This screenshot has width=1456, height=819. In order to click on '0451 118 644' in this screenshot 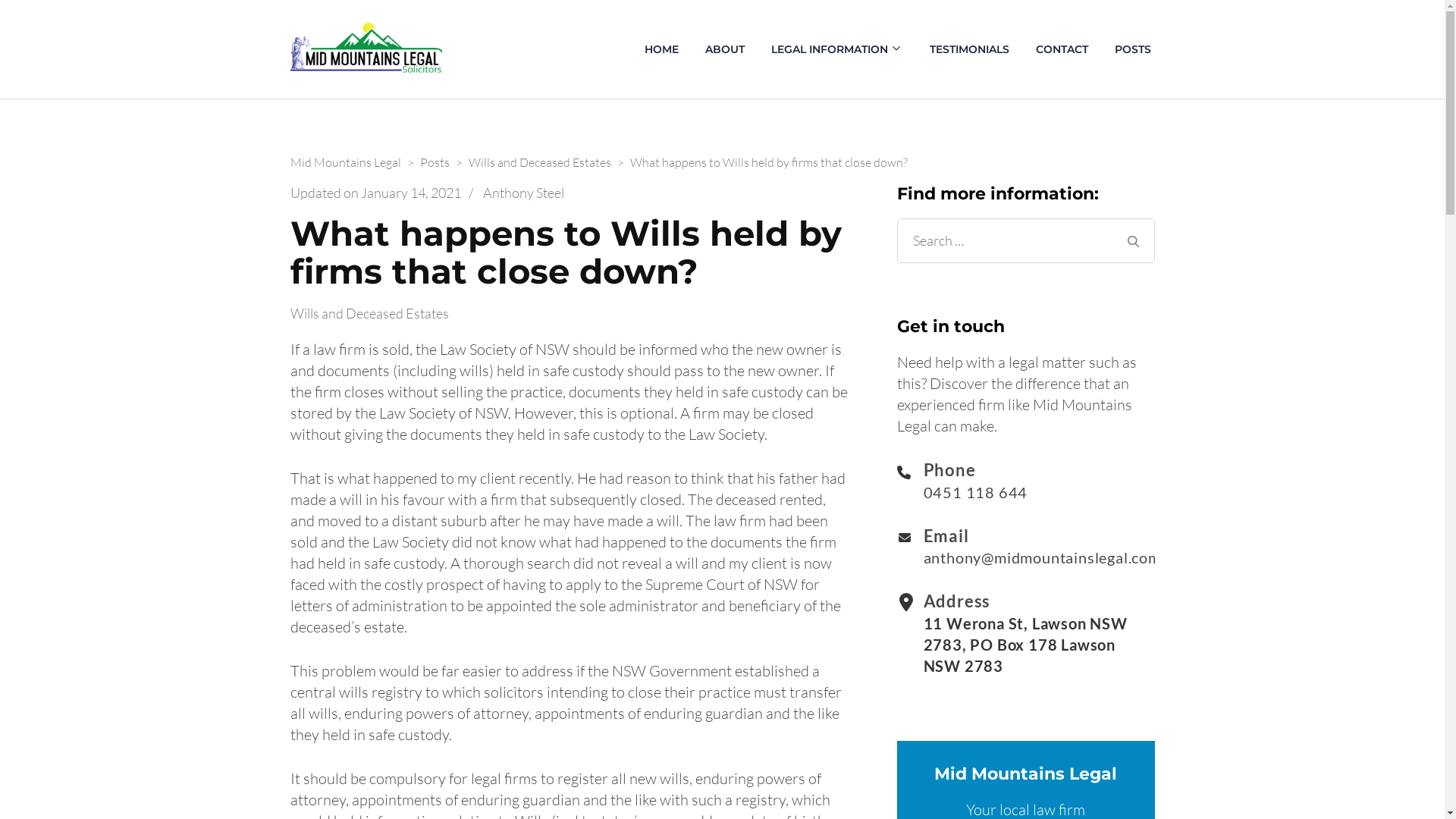, I will do `click(923, 491)`.